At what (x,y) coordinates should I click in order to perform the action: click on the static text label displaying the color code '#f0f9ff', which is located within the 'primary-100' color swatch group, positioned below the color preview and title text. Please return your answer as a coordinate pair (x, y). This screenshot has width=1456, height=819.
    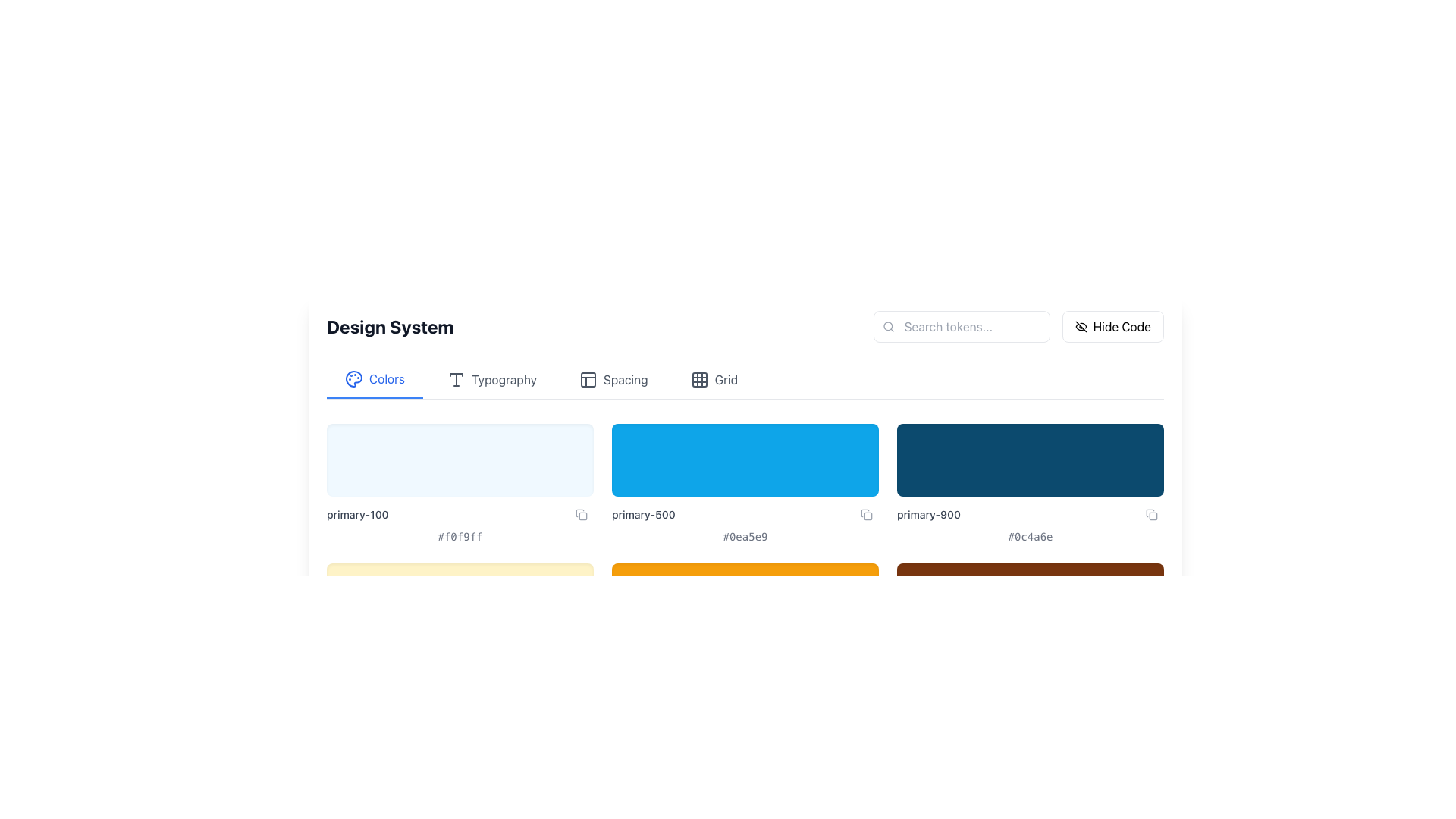
    Looking at the image, I should click on (459, 536).